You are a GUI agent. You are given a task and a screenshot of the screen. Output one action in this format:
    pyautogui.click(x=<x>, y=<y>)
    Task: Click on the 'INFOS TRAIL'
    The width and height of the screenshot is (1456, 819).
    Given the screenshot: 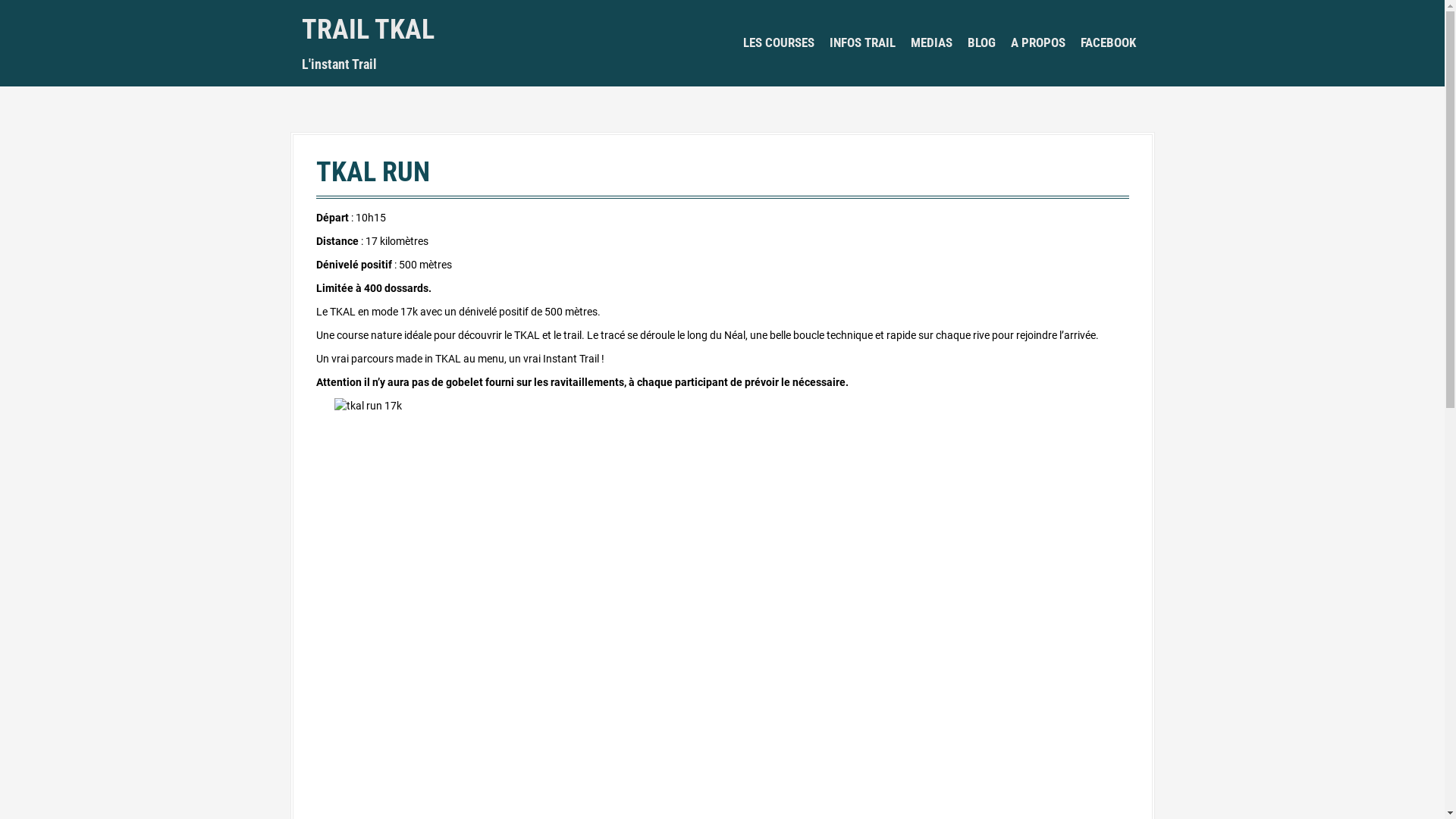 What is the action you would take?
    pyautogui.click(x=829, y=42)
    